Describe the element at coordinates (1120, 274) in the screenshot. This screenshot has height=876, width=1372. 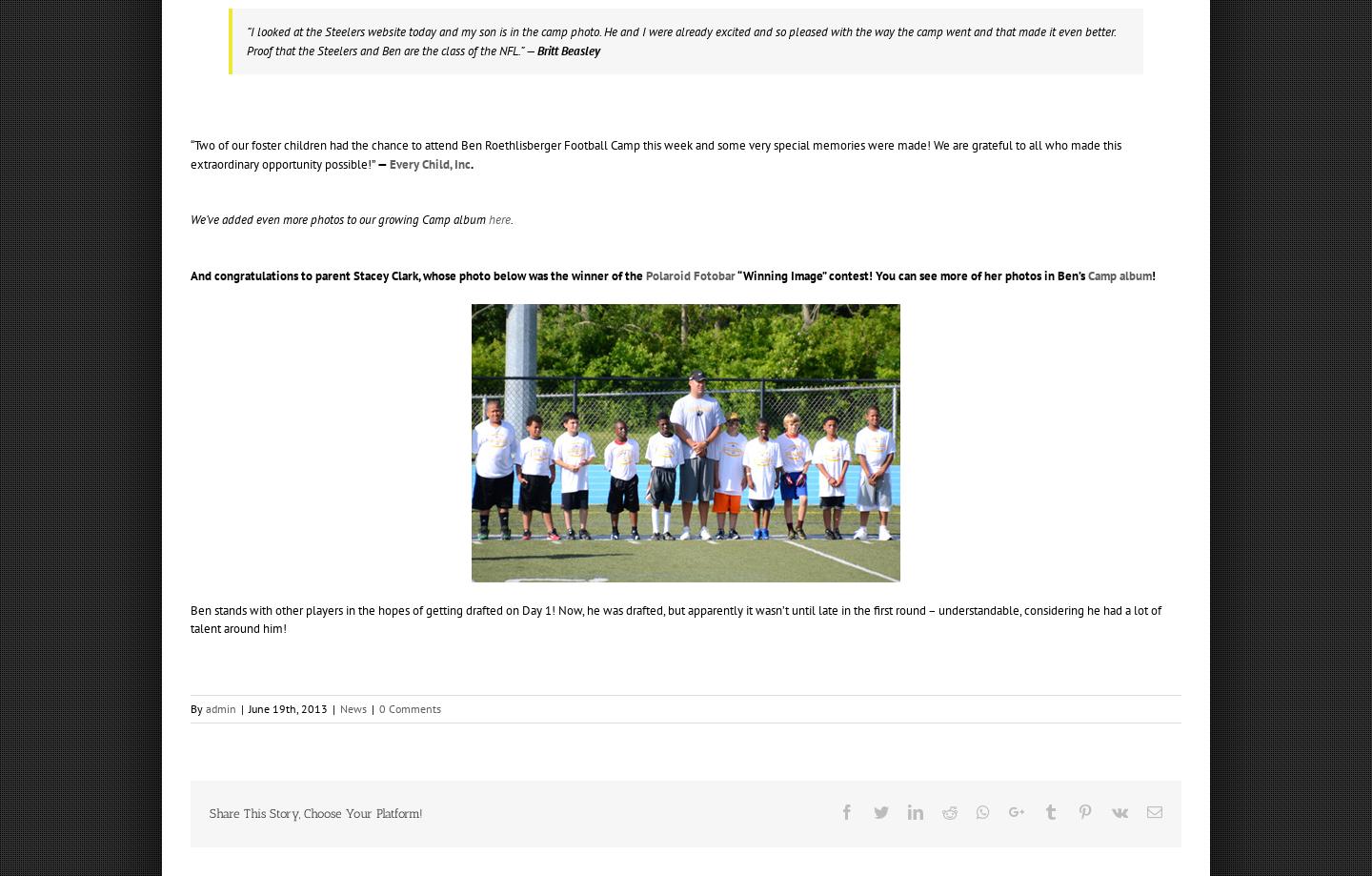
I see `'Camp album'` at that location.